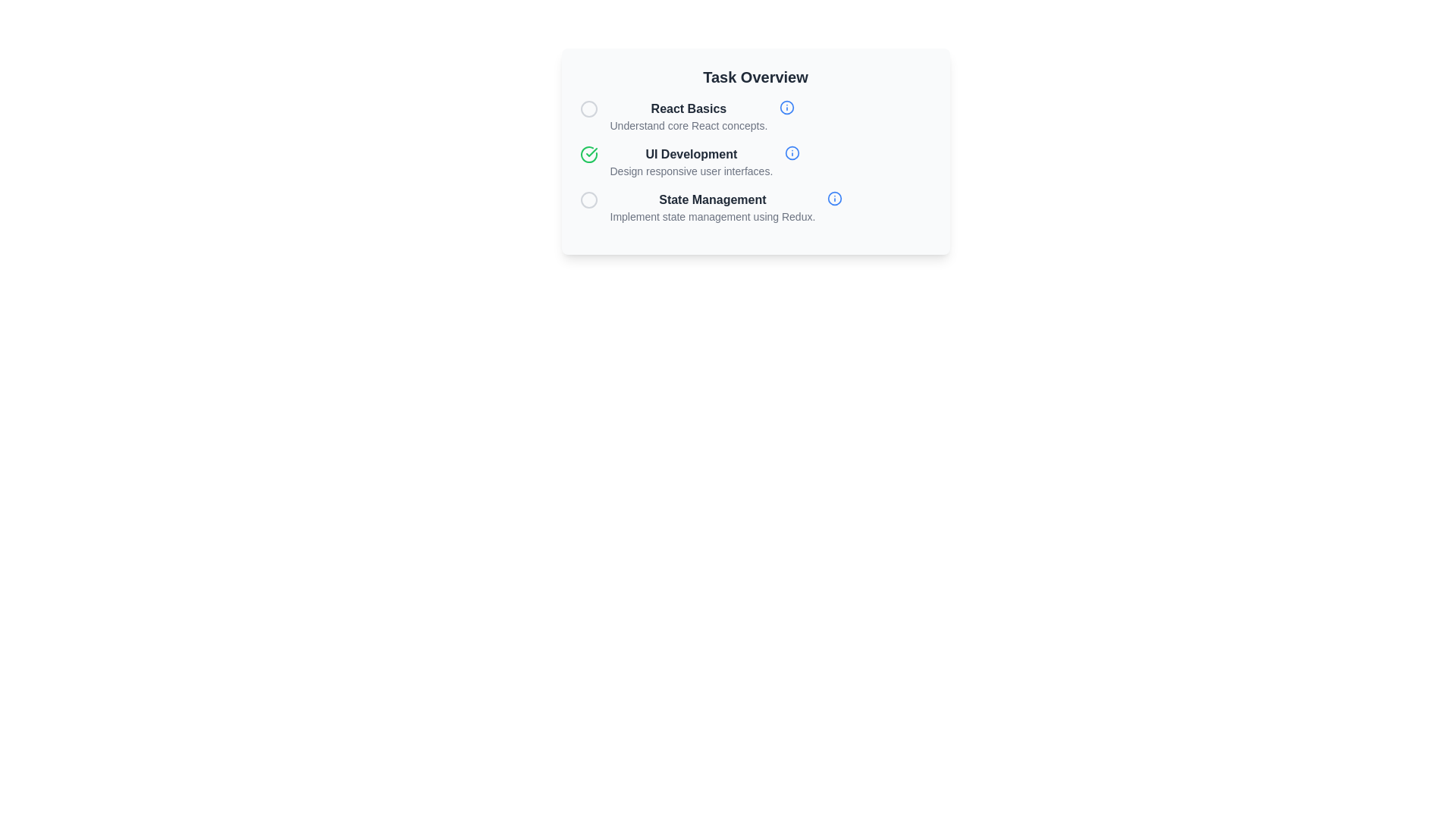 Image resolution: width=1456 pixels, height=819 pixels. I want to click on the 'UI Development' text block, which is the second item in the task list located between 'React Basics' and 'State Management', so click(690, 162).